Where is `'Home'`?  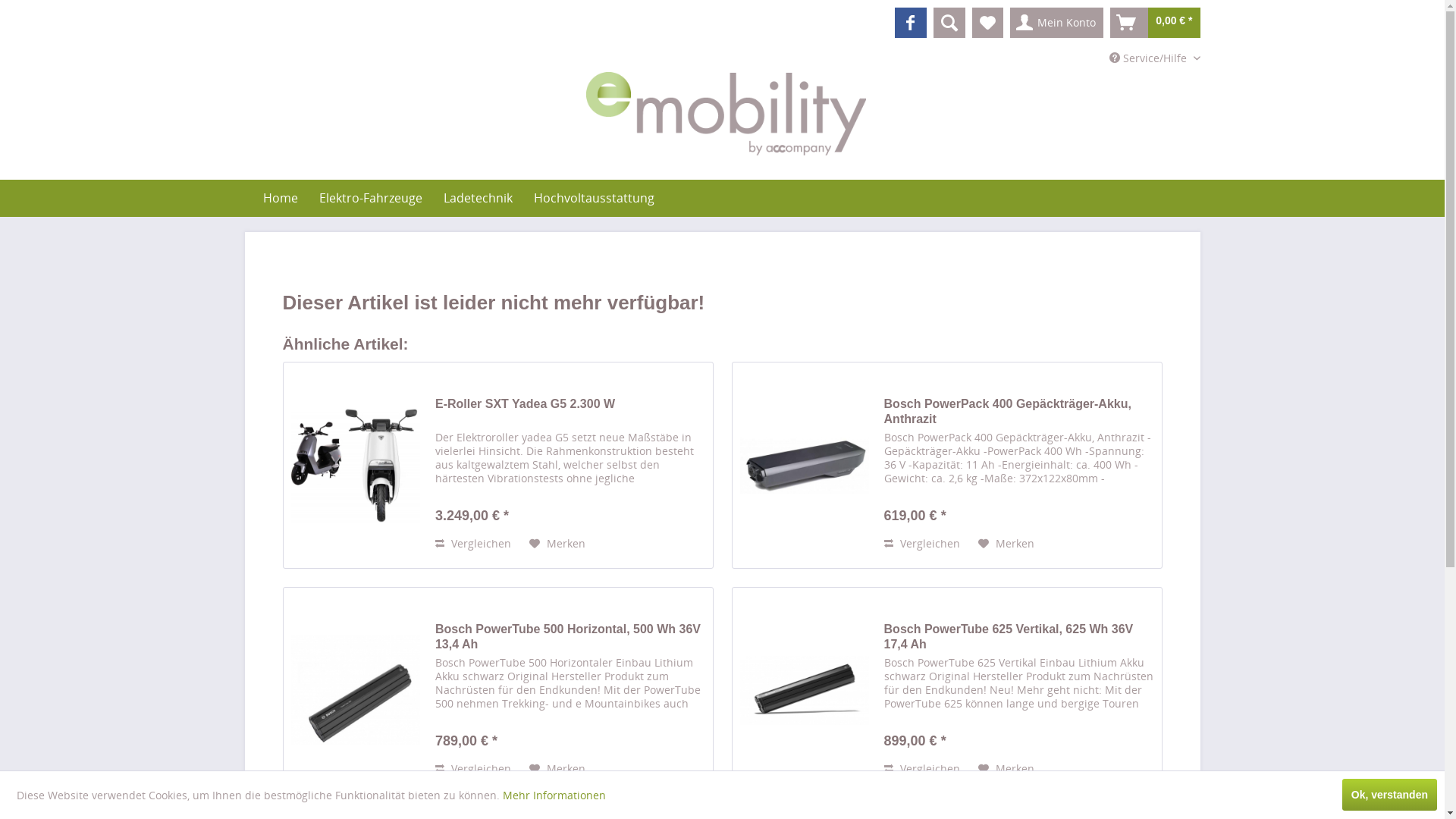 'Home' is located at coordinates (251, 197).